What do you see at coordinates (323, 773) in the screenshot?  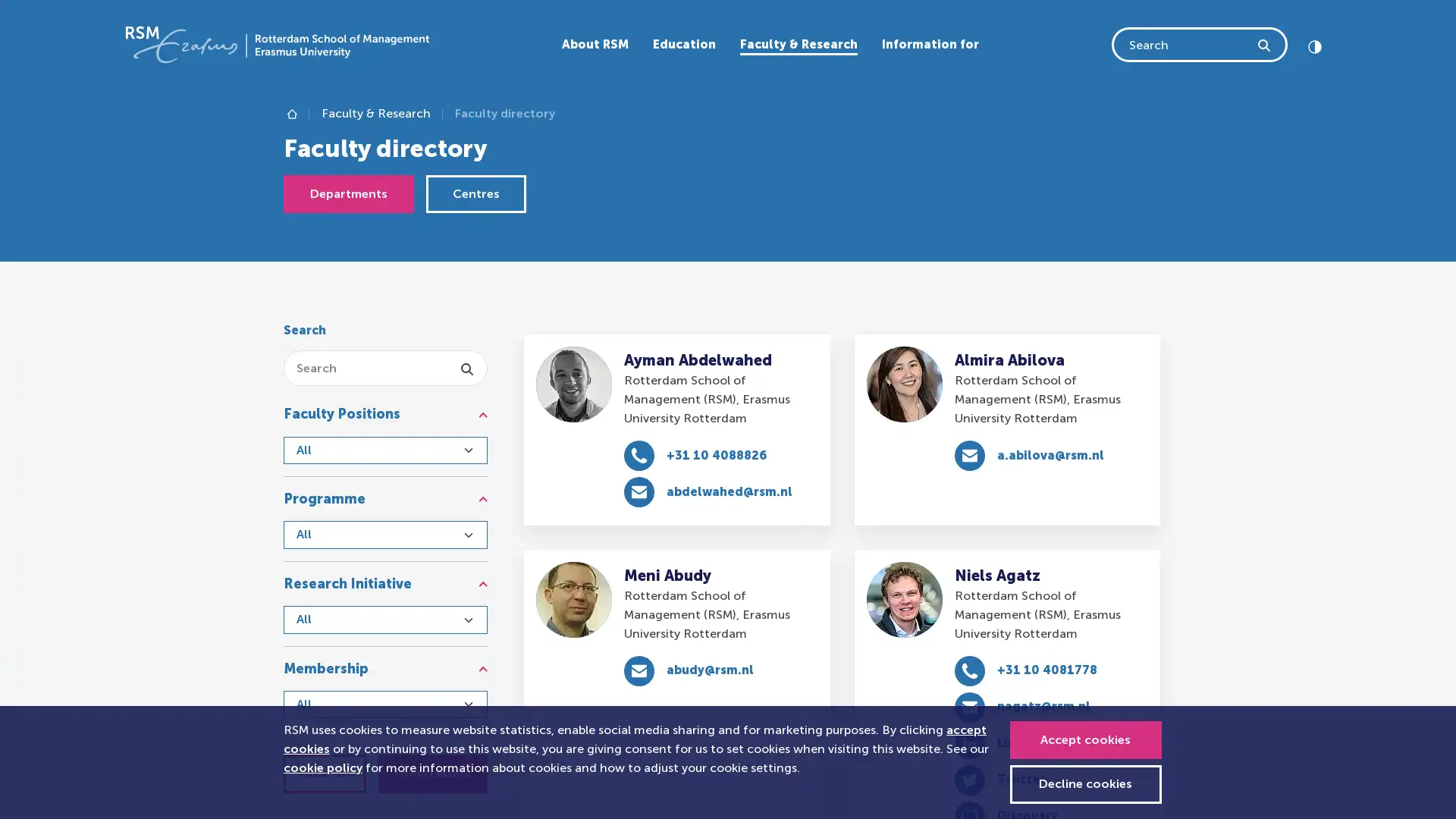 I see `Clear all` at bounding box center [323, 773].